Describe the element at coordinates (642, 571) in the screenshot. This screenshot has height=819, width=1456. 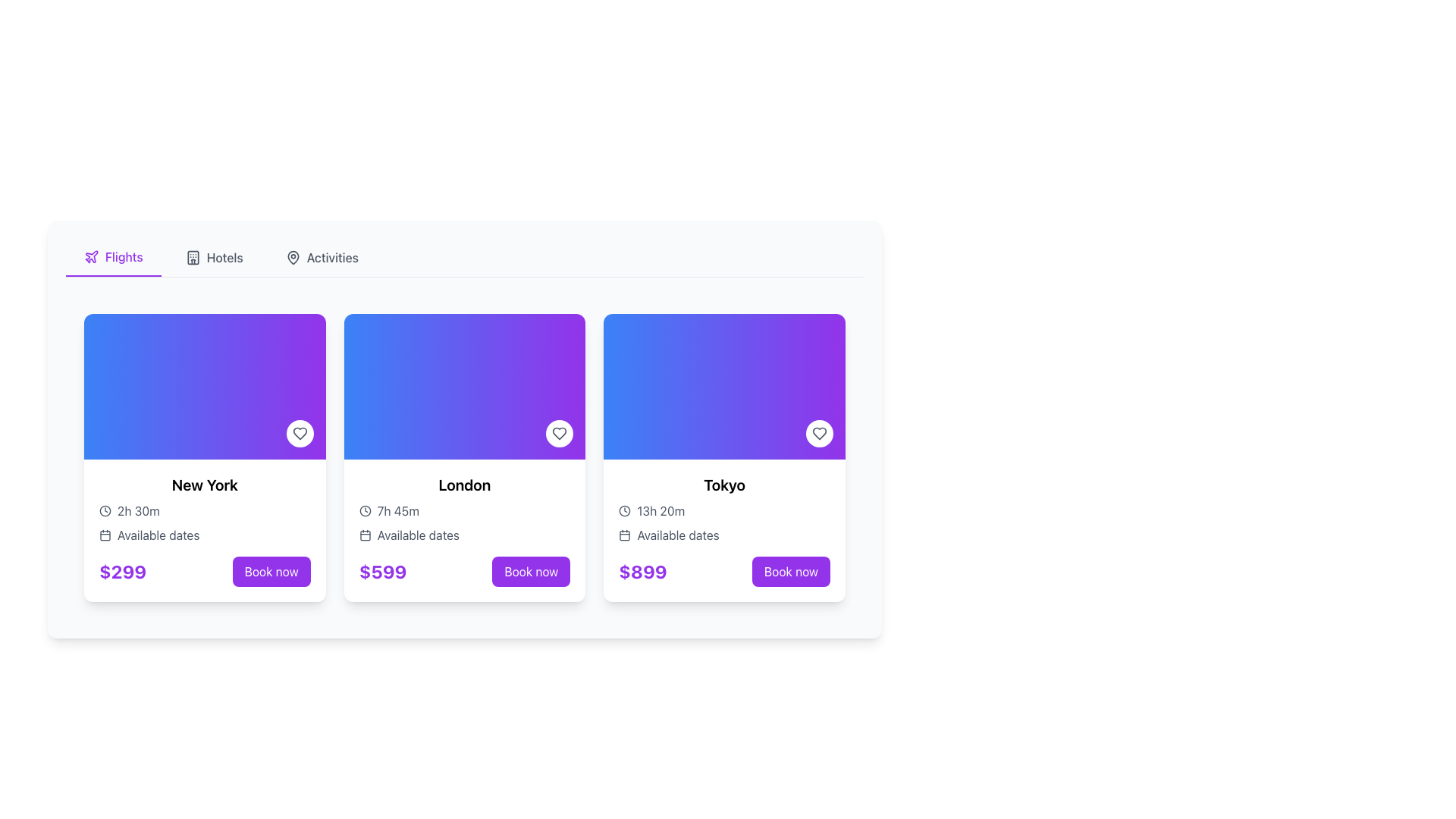
I see `the price information Text label for the Tokyo travel package, located at the bottom-left of the Tokyo card, above the 'Book now' button` at that location.